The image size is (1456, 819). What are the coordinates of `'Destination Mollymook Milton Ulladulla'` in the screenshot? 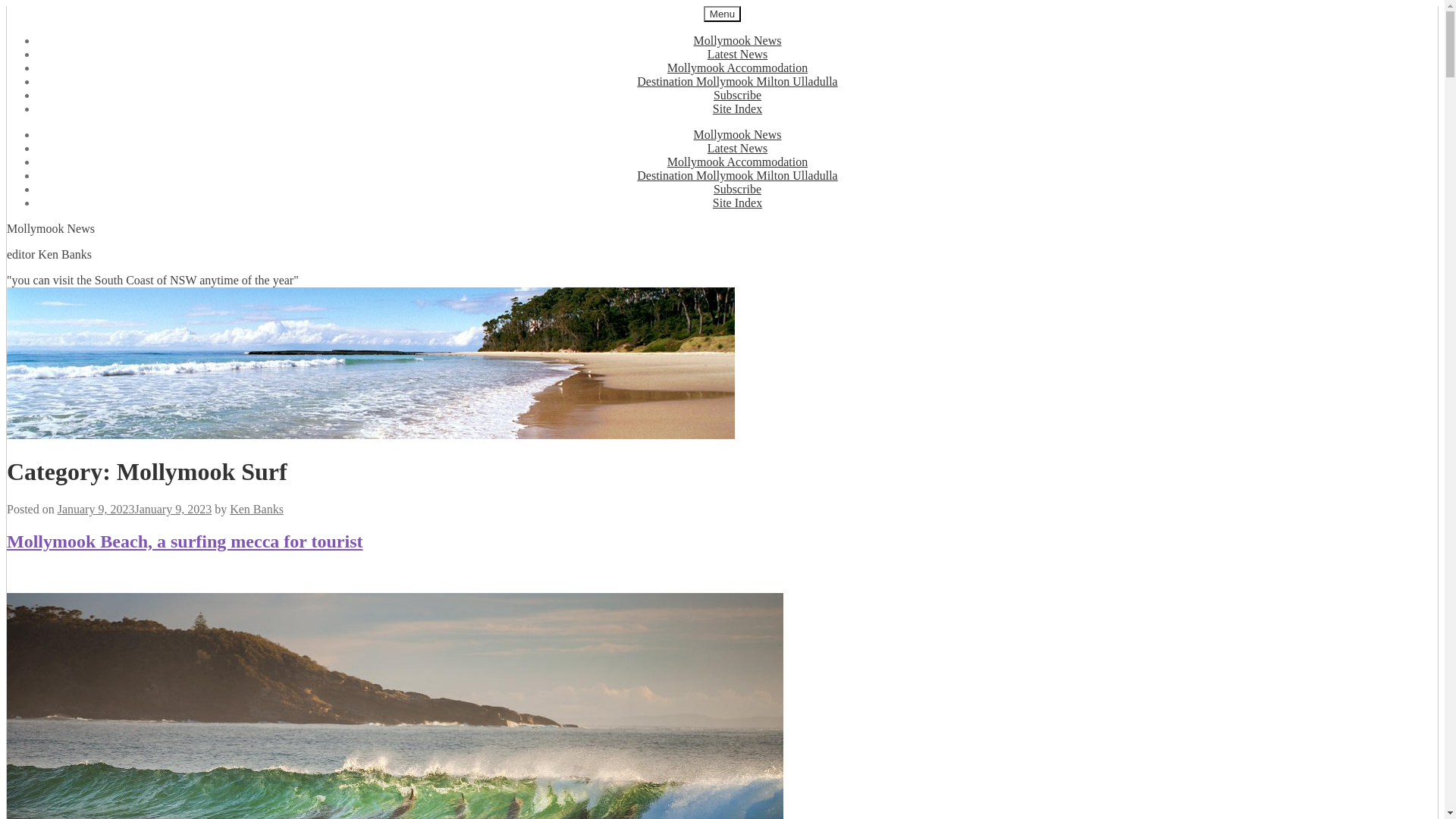 It's located at (736, 81).